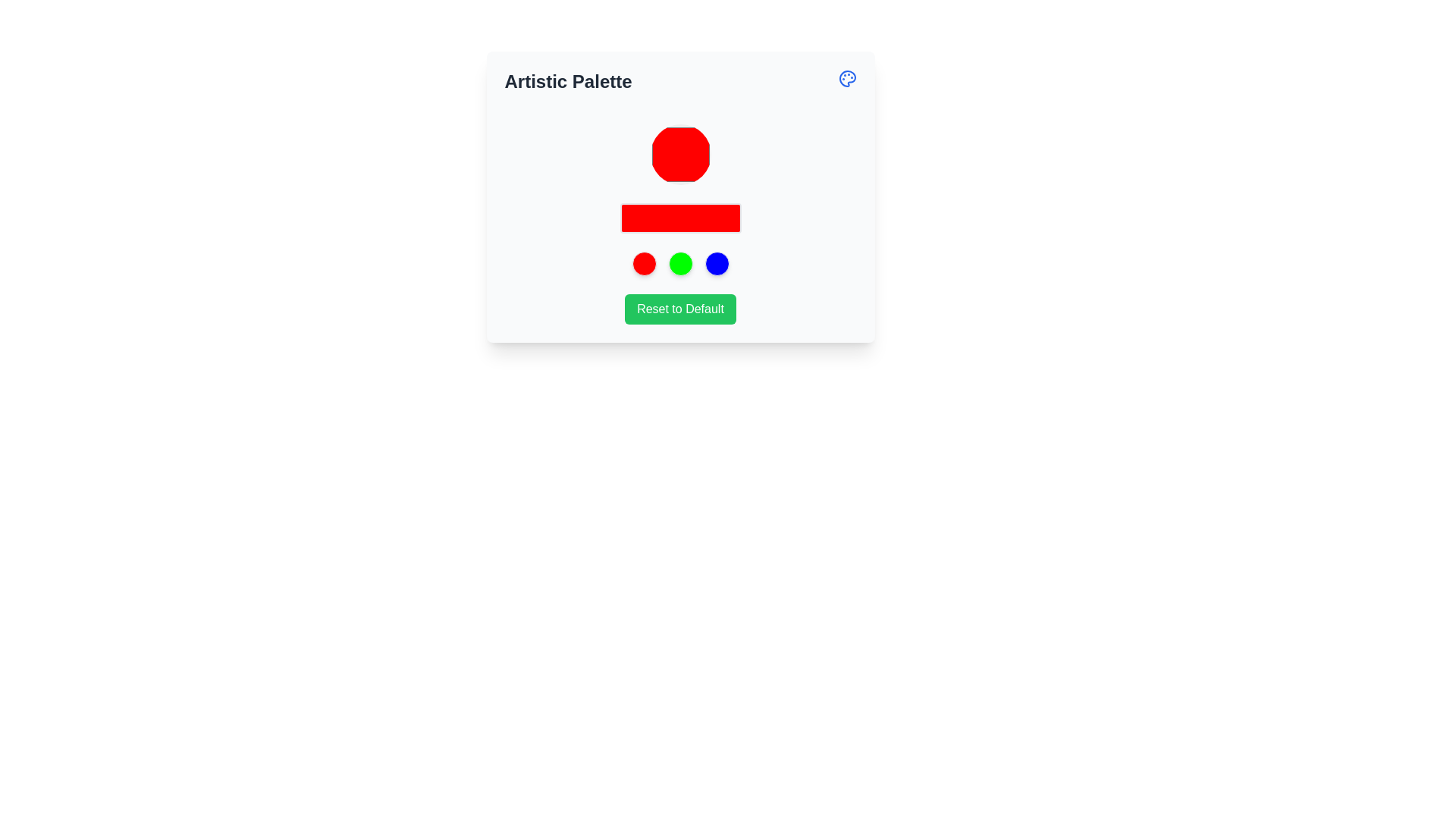  What do you see at coordinates (716, 262) in the screenshot?
I see `the blue circle button in the Artistic Palette section` at bounding box center [716, 262].